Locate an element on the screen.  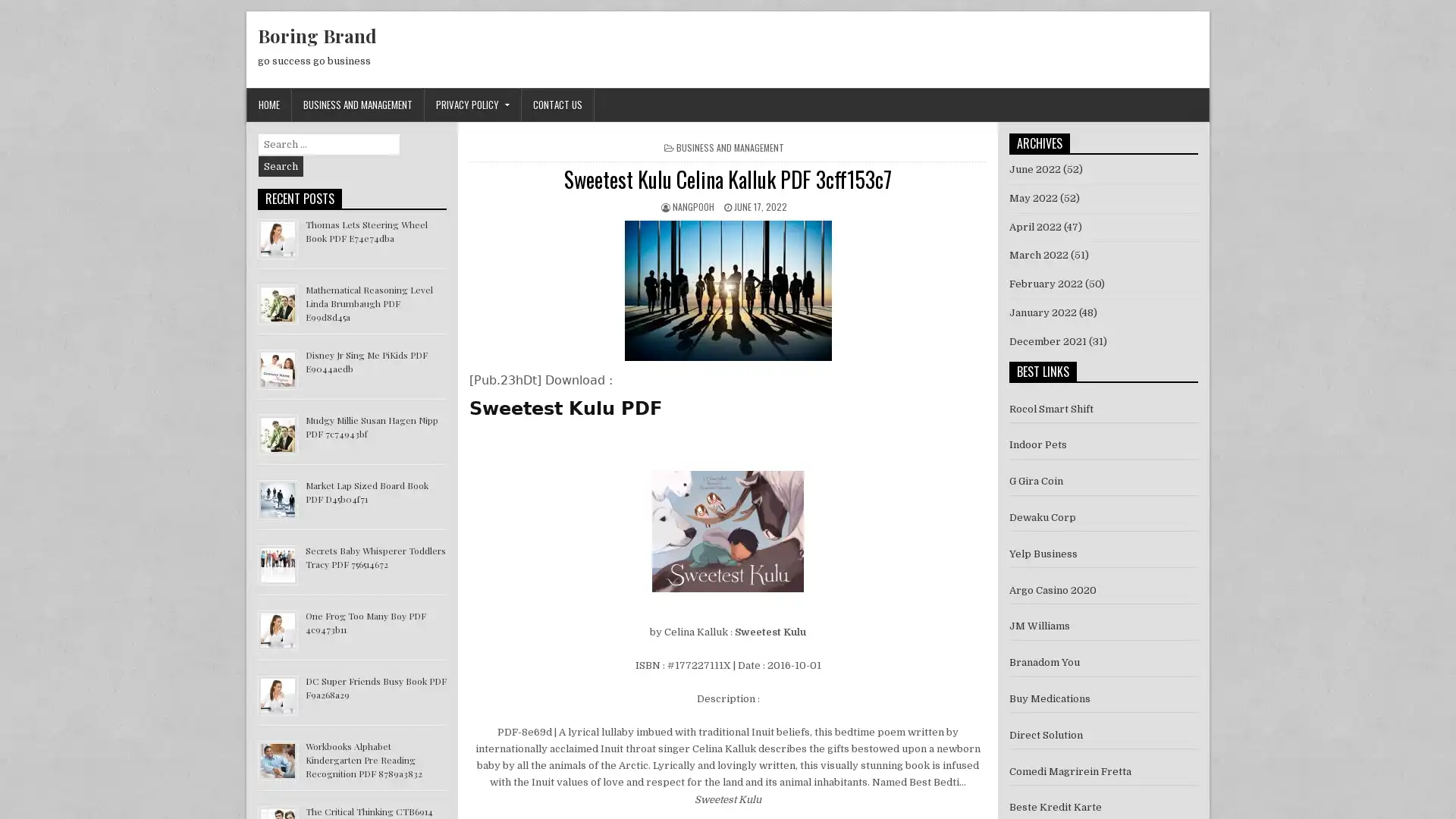
Search is located at coordinates (281, 166).